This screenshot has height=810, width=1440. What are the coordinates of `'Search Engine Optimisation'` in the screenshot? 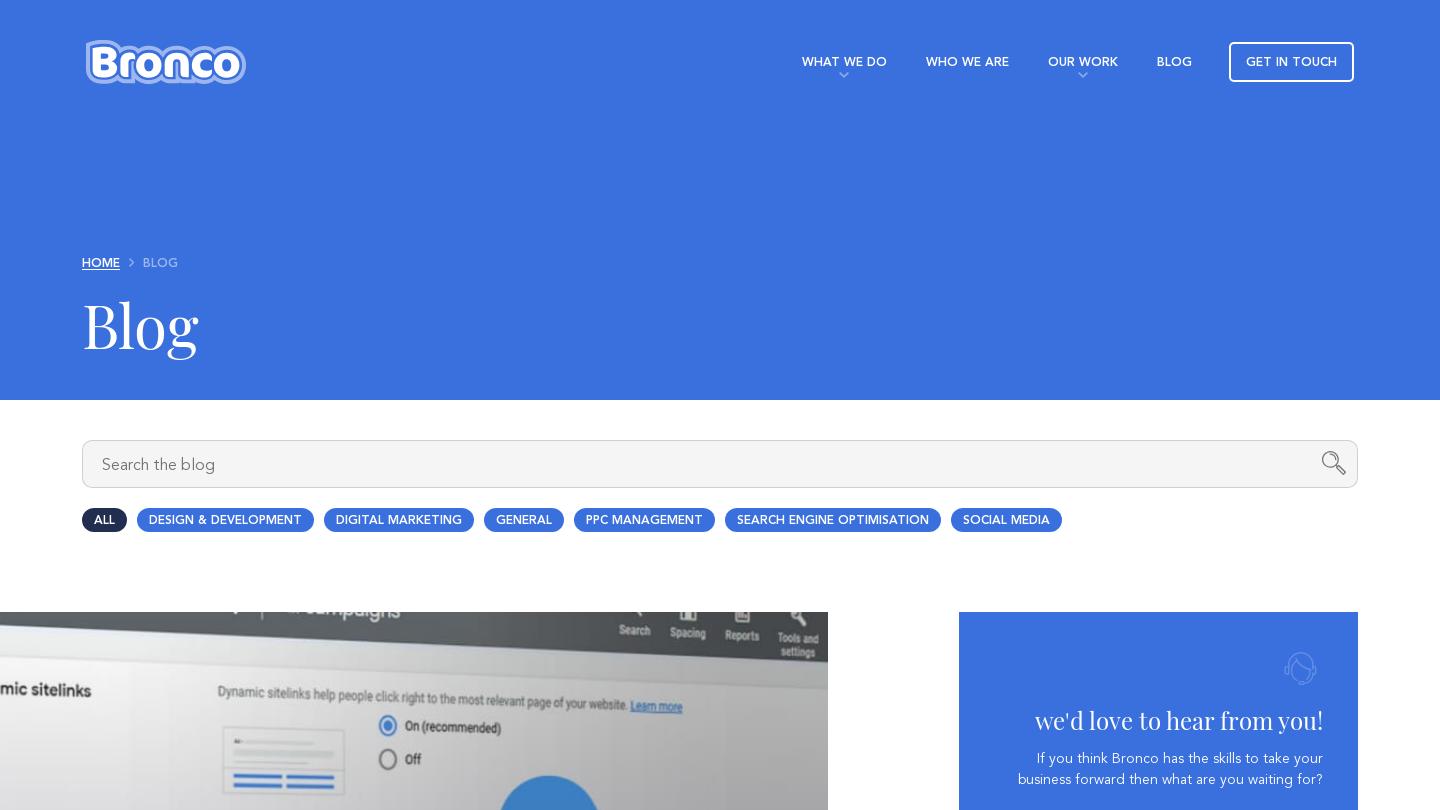 It's located at (832, 520).